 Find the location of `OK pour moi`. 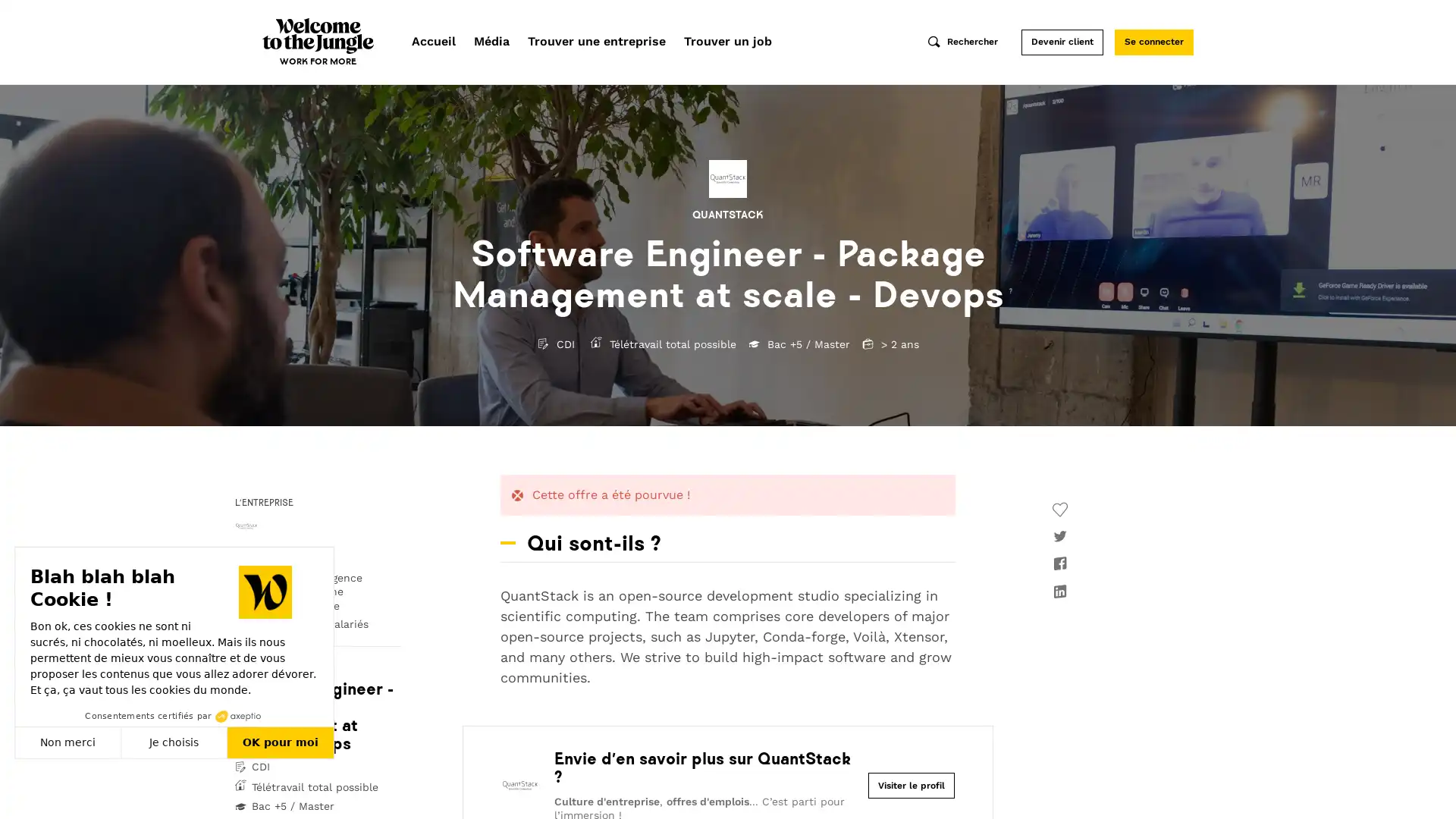

OK pour moi is located at coordinates (280, 742).